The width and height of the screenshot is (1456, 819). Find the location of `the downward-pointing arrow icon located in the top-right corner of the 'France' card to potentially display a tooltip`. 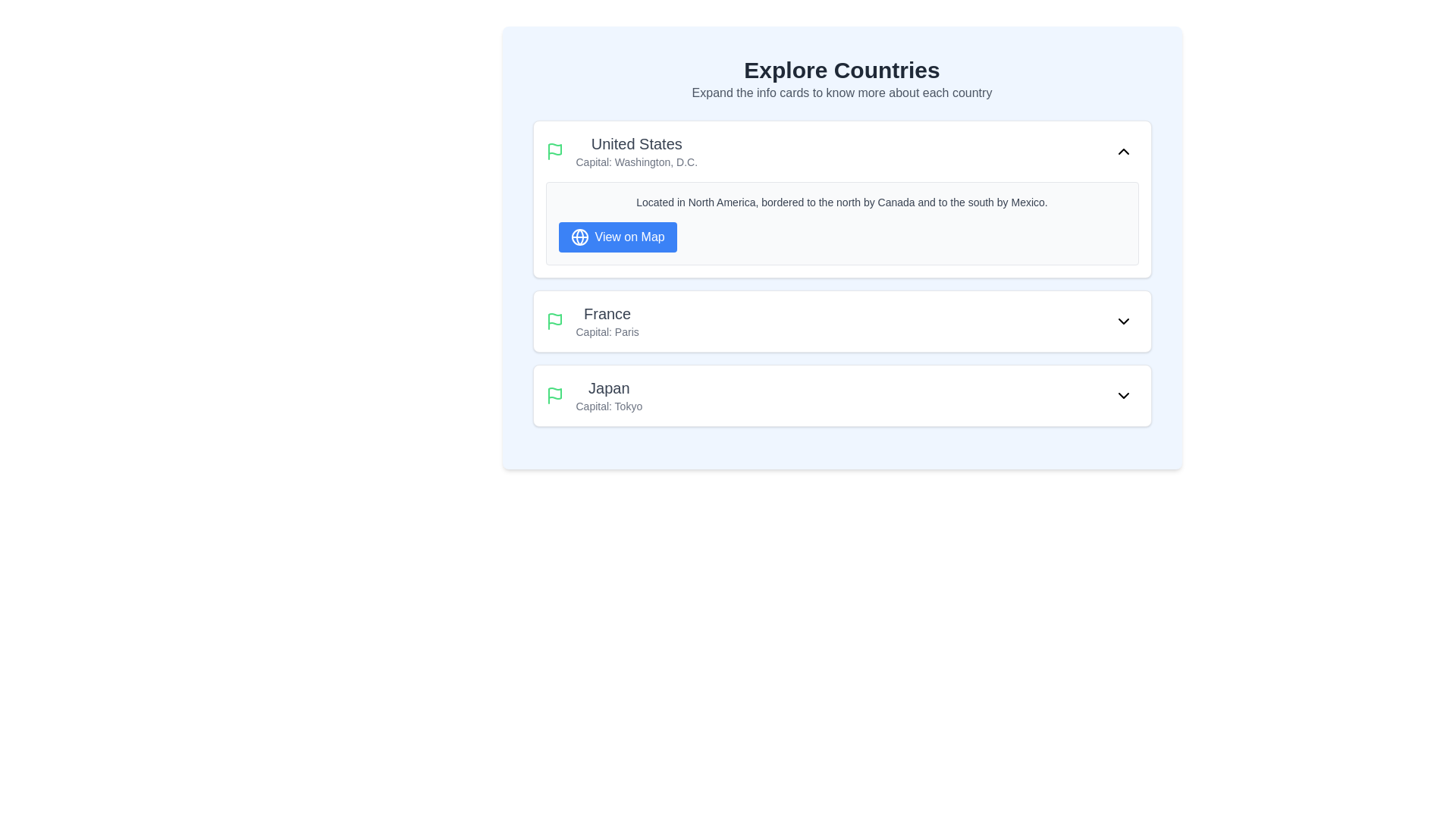

the downward-pointing arrow icon located in the top-right corner of the 'France' card to potentially display a tooltip is located at coordinates (1123, 321).